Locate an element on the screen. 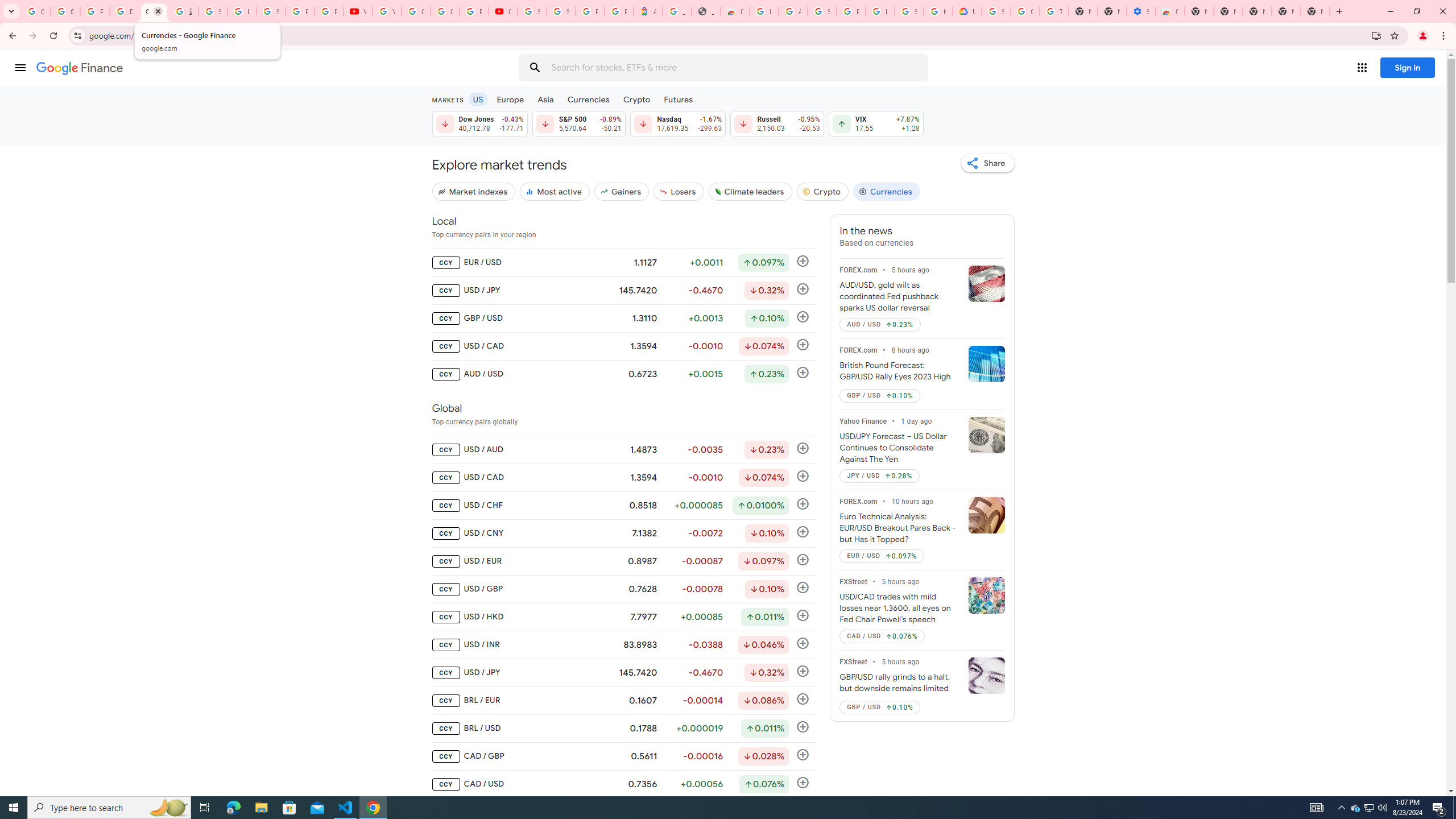 This screenshot has height=819, width=1456. 'Finance' is located at coordinates (79, 68).